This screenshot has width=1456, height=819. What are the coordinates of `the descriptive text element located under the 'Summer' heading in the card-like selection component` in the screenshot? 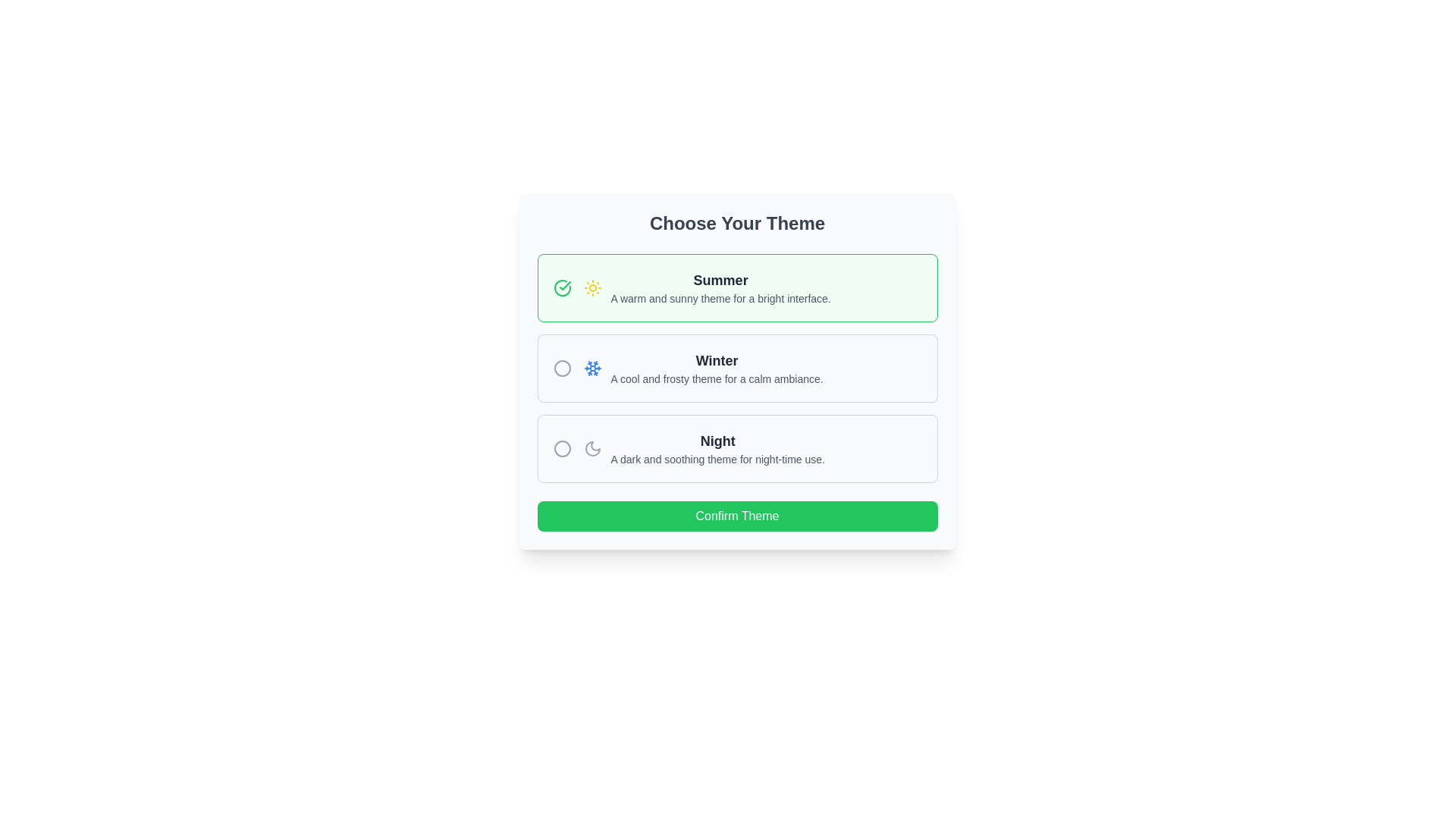 It's located at (720, 298).